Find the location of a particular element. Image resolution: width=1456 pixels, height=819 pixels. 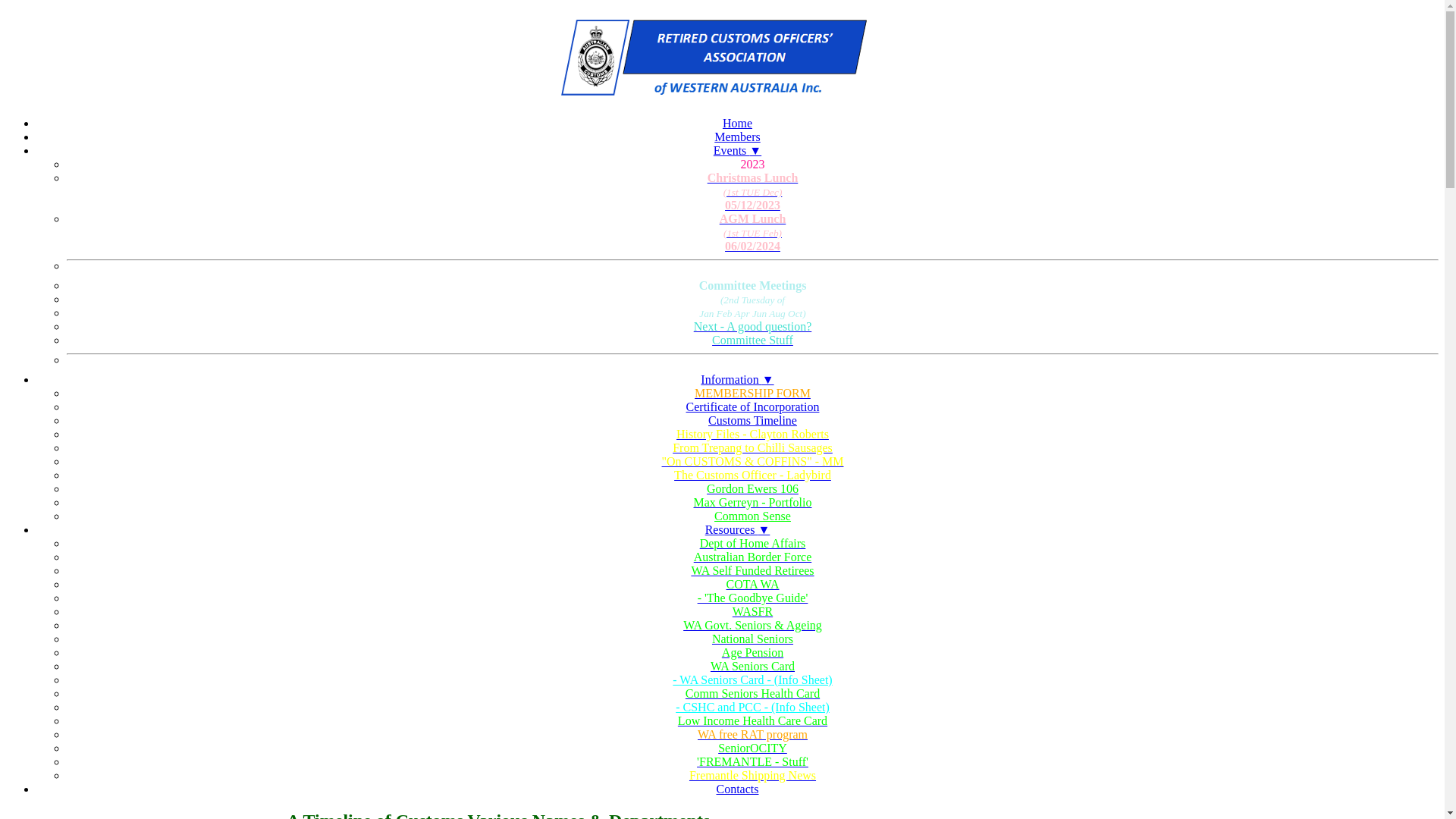

'Contacts' is located at coordinates (736, 788).